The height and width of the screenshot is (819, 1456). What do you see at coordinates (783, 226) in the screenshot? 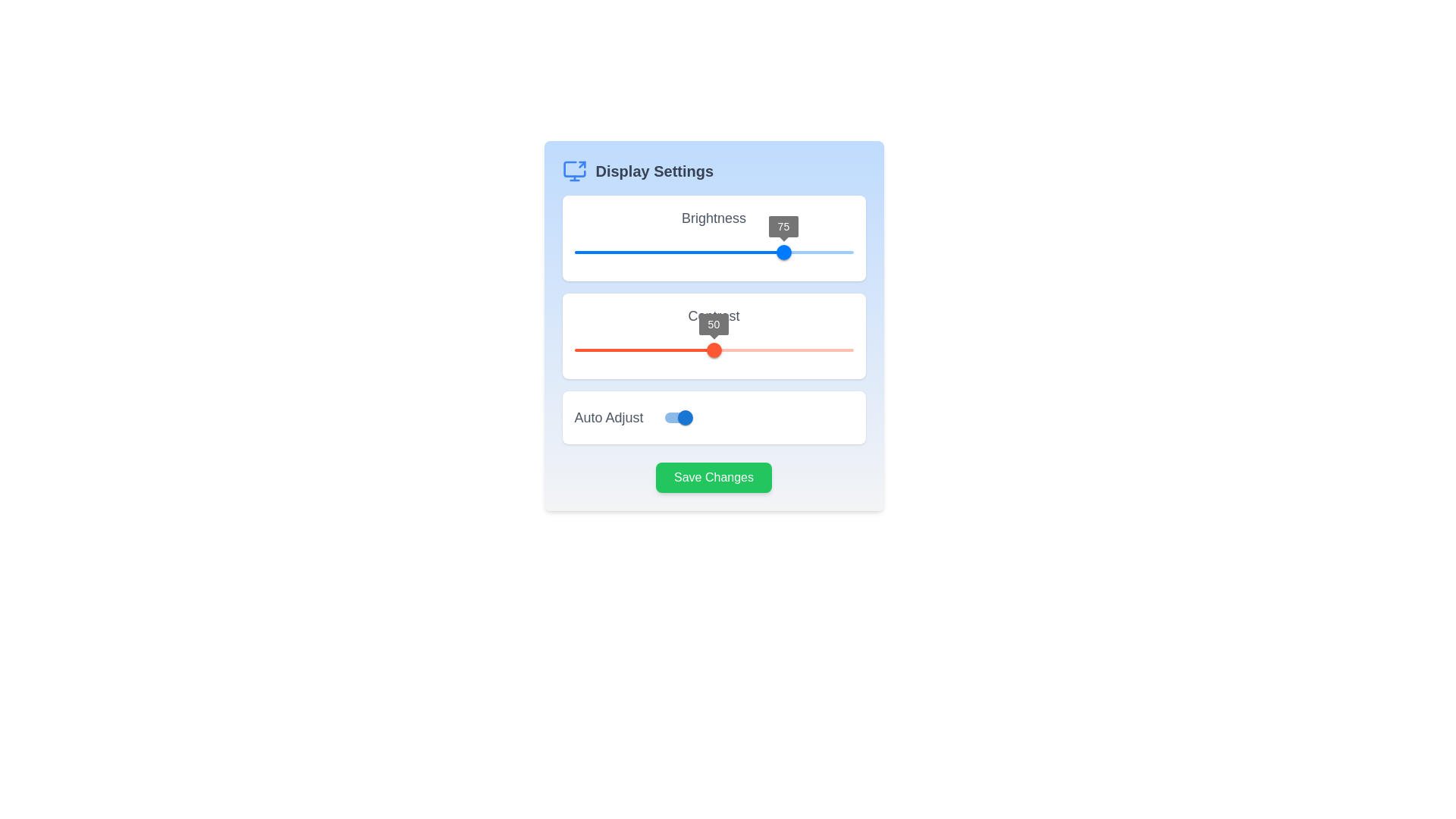
I see `the tooltip displaying the number '75' which is positioned above the slider thumb on the 'Brightness' slider` at bounding box center [783, 226].